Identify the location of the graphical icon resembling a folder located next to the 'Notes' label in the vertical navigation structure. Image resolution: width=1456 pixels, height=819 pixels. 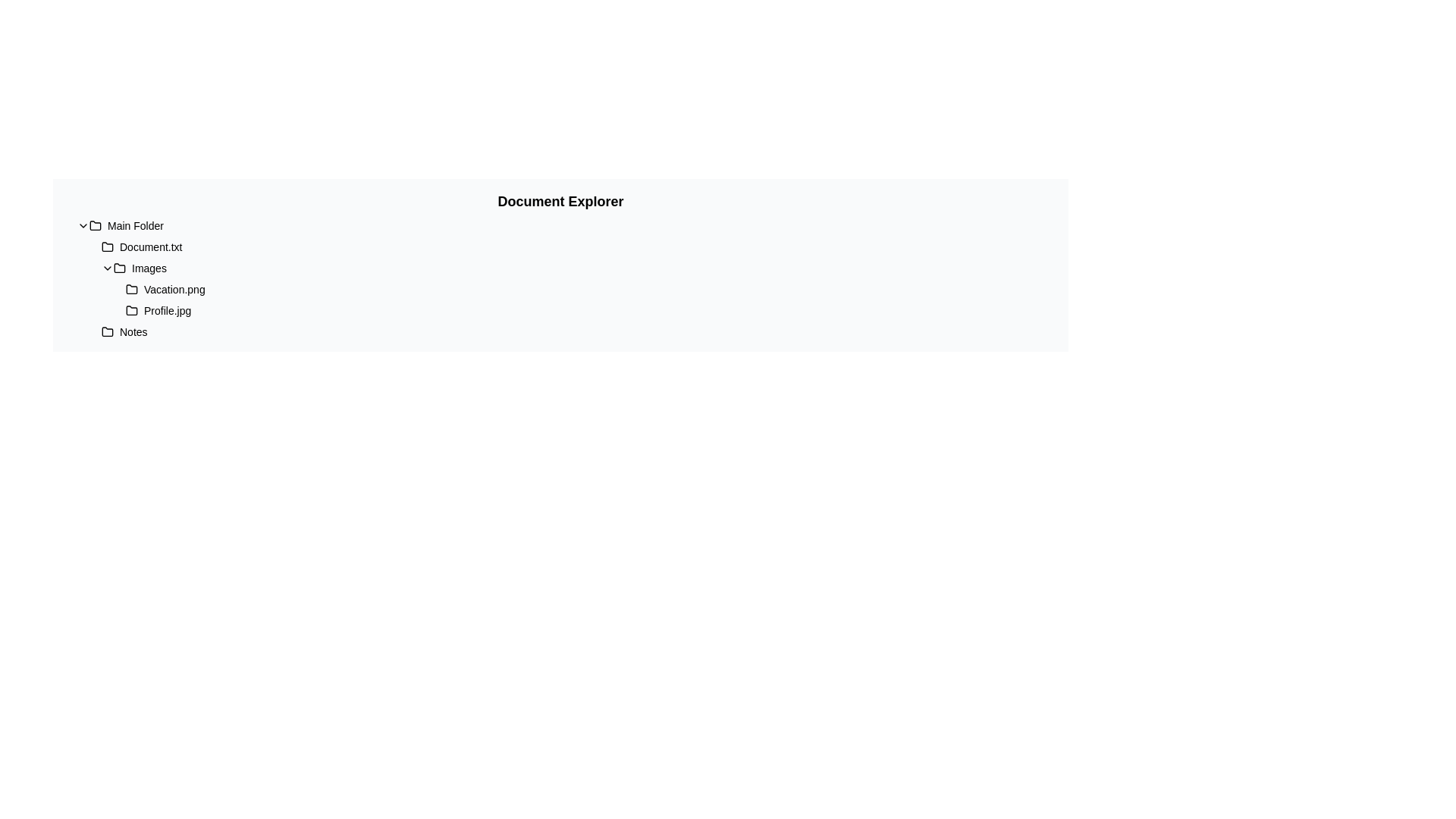
(107, 331).